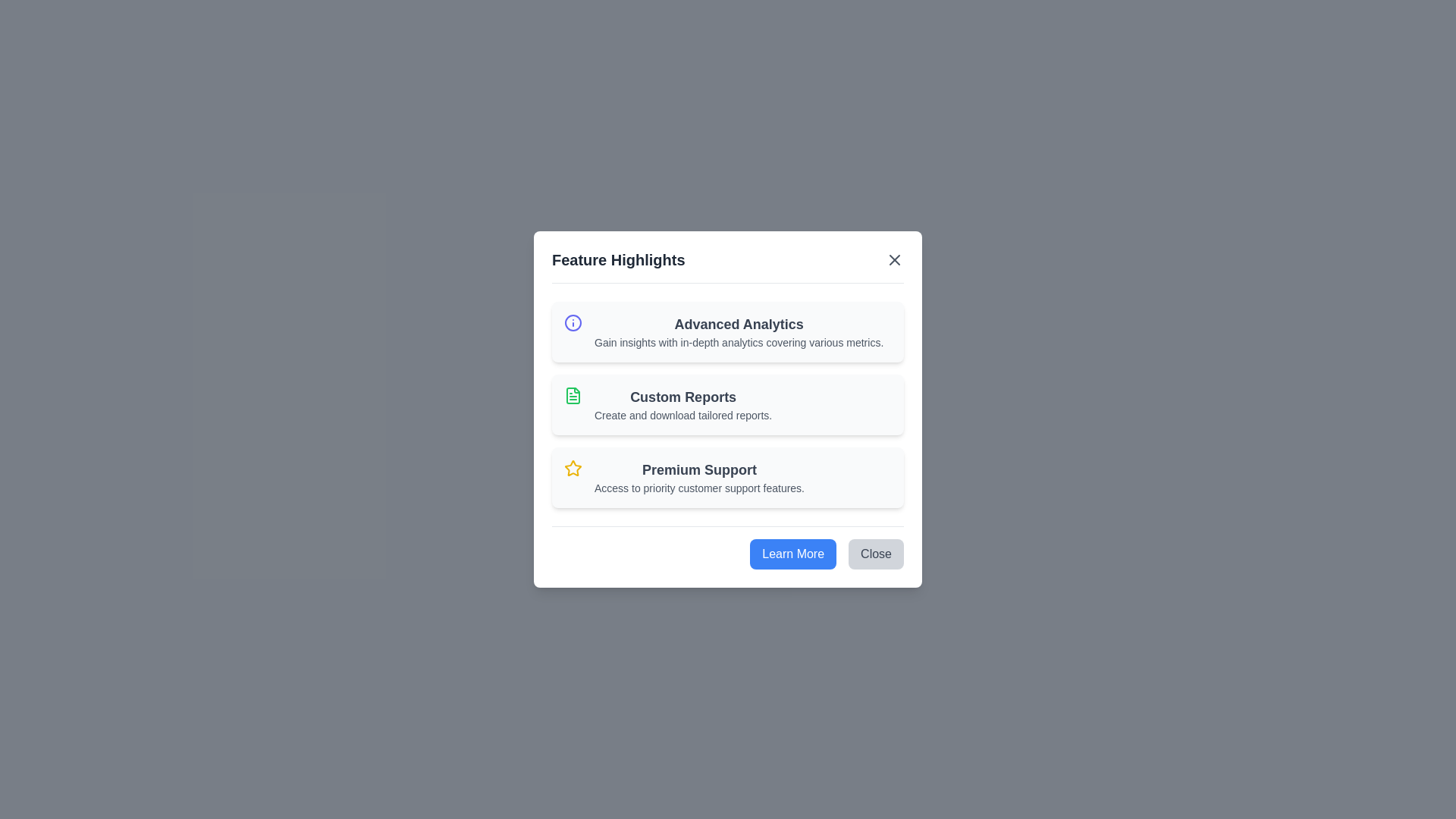 The width and height of the screenshot is (1456, 819). What do you see at coordinates (728, 409) in the screenshot?
I see `text on the 'Custom Reports' Feature card, which is the second card in a vertically stacked list of three cards within a centered modal, located below 'Advanced Analytics' and above 'Premium Support'` at bounding box center [728, 409].